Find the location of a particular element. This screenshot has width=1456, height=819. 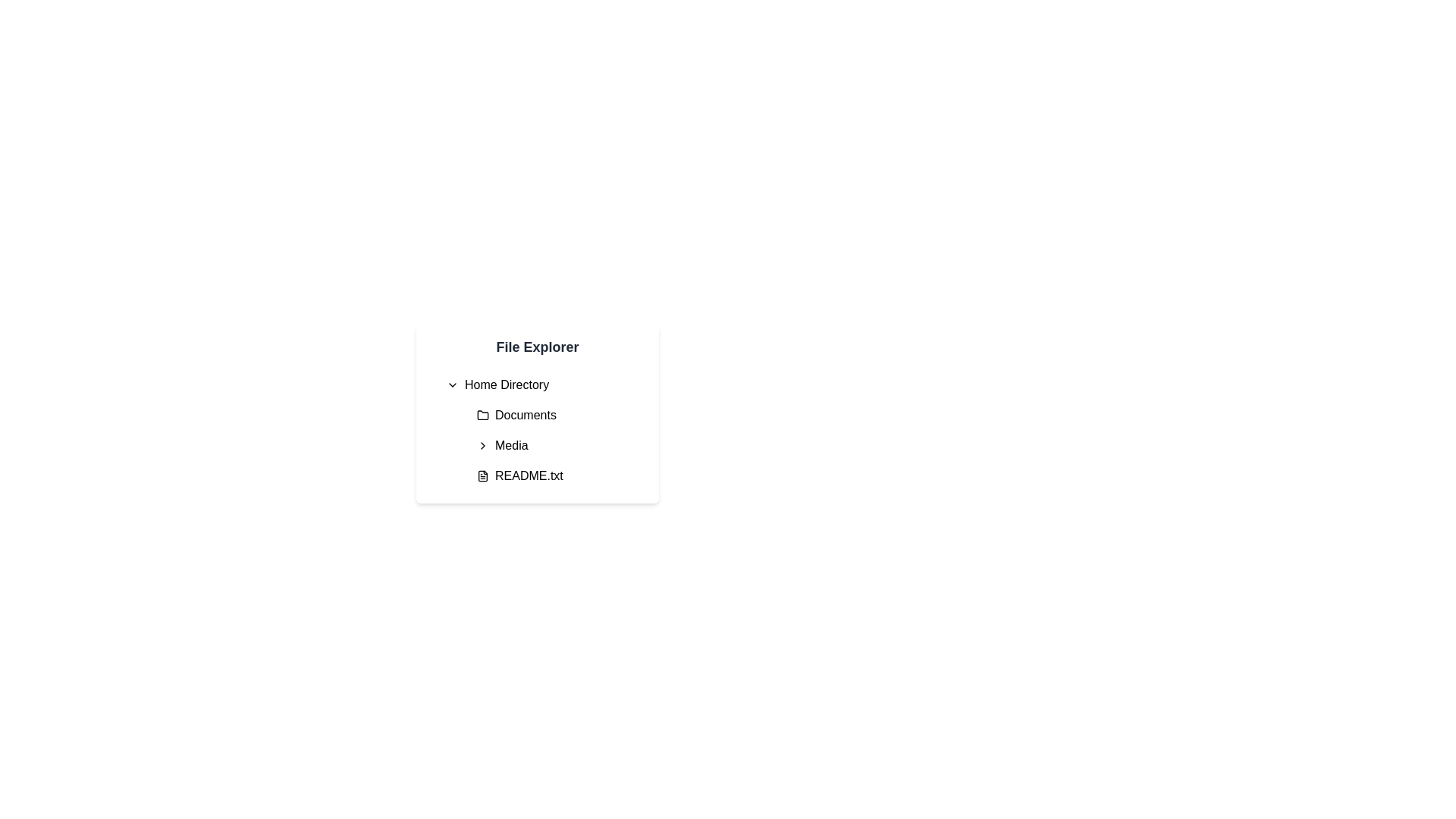

the 'Documents' text label located under the 'Home Directory' label in the file explorer interface is located at coordinates (526, 415).